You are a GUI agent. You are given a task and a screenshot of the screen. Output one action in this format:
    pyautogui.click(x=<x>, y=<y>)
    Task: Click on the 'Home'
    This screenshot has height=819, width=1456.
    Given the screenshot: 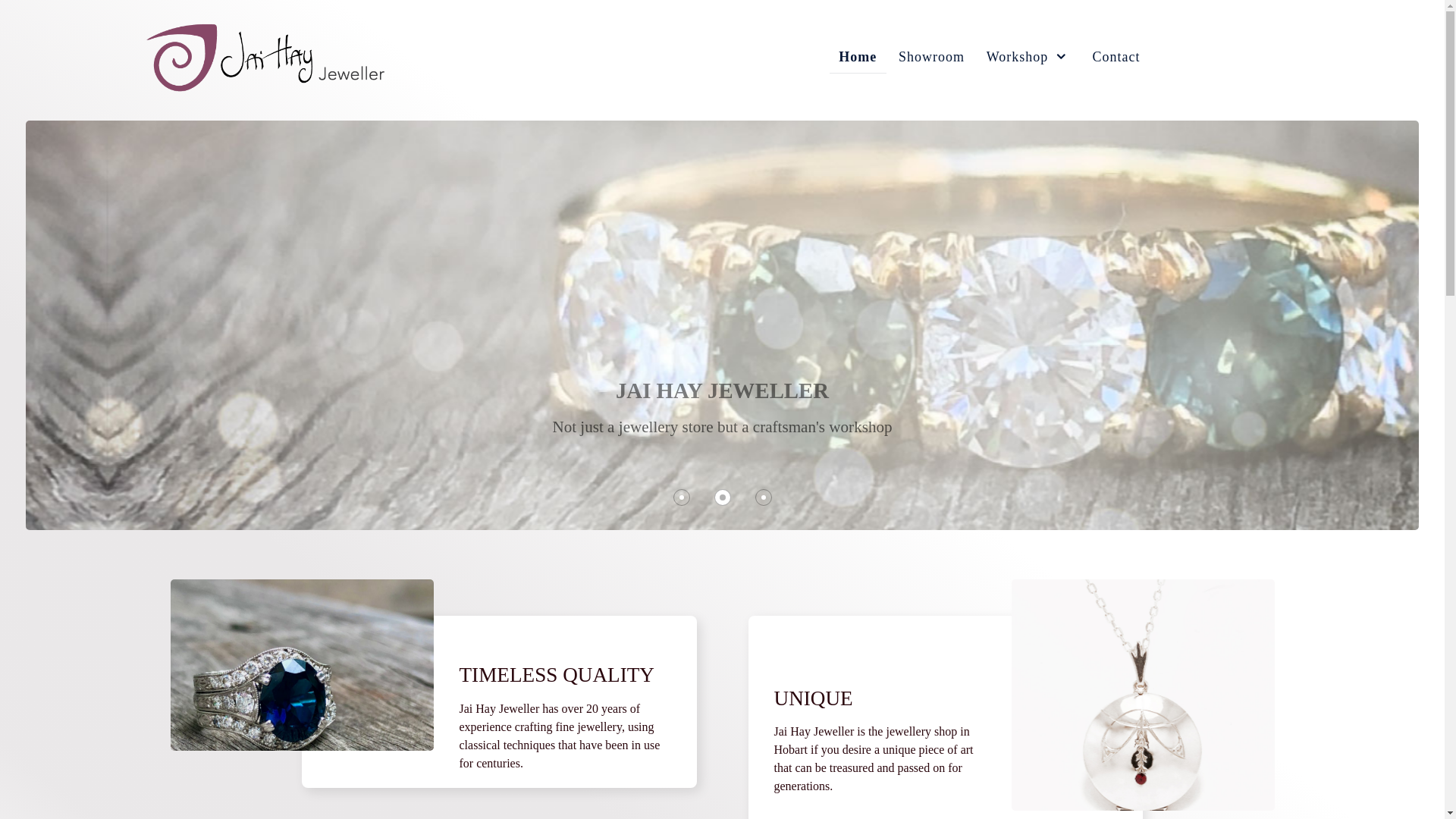 What is the action you would take?
    pyautogui.click(x=858, y=57)
    